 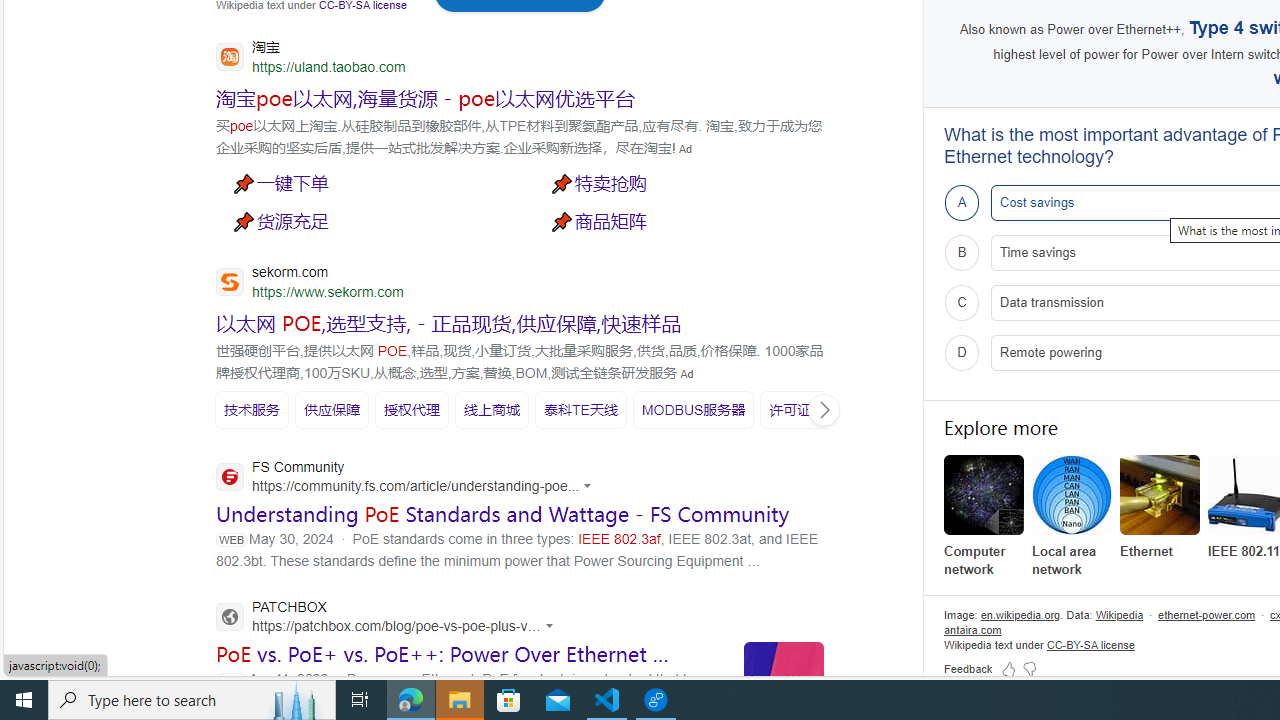 I want to click on 'Global web icon', so click(x=229, y=616).